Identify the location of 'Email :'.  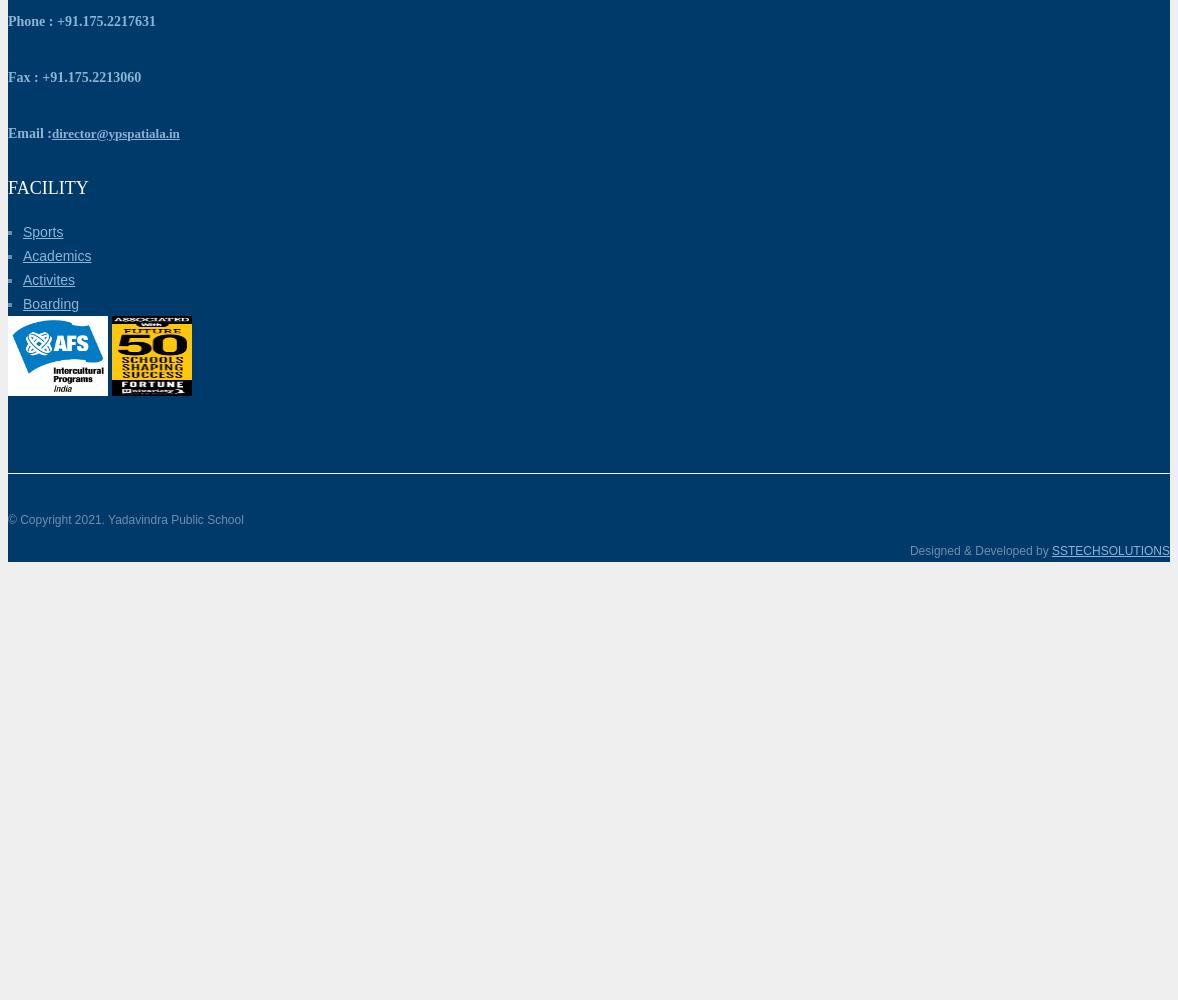
(28, 132).